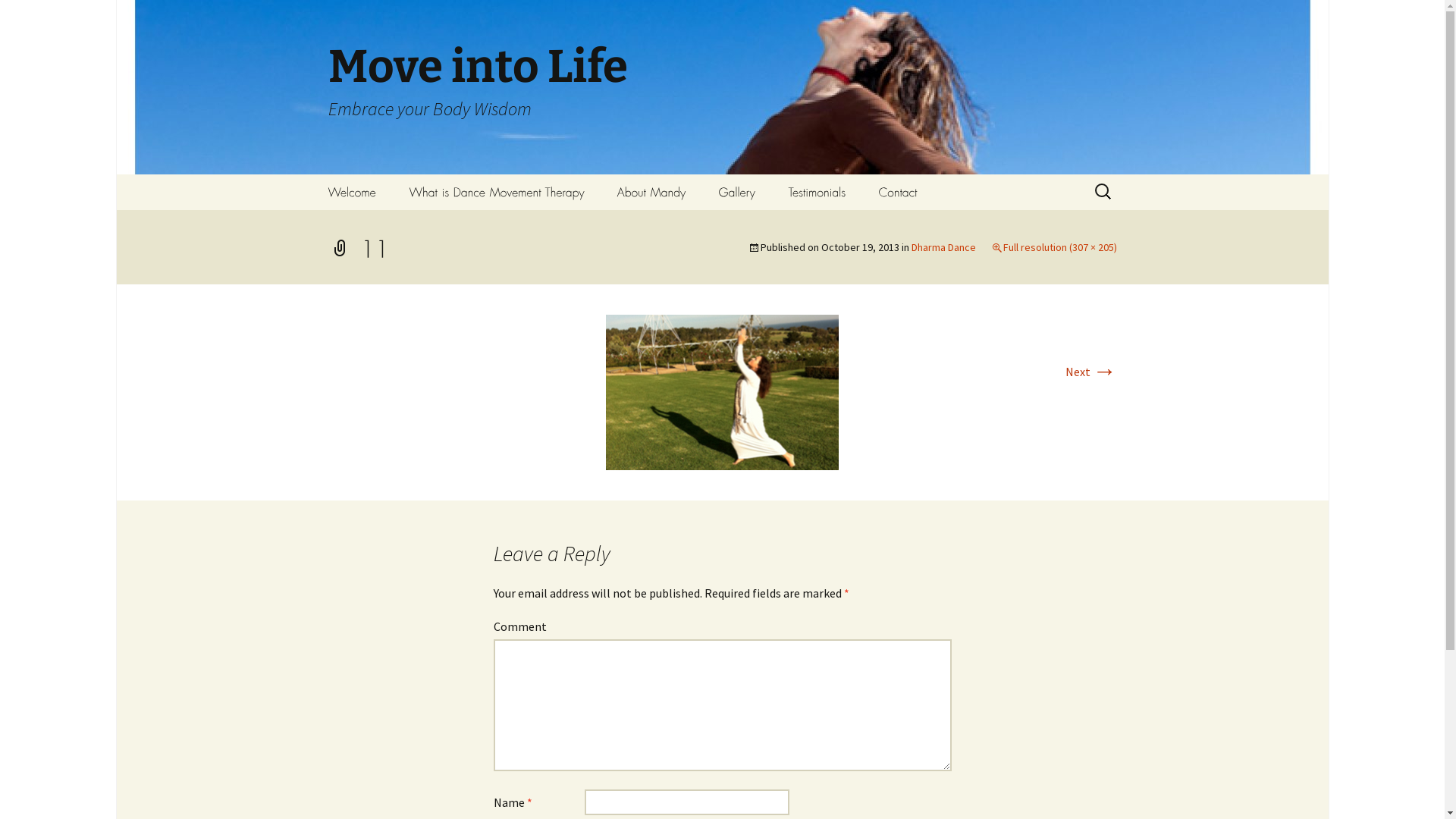 This screenshot has width=1456, height=819. What do you see at coordinates (720, 87) in the screenshot?
I see `'Move into Life` at bounding box center [720, 87].